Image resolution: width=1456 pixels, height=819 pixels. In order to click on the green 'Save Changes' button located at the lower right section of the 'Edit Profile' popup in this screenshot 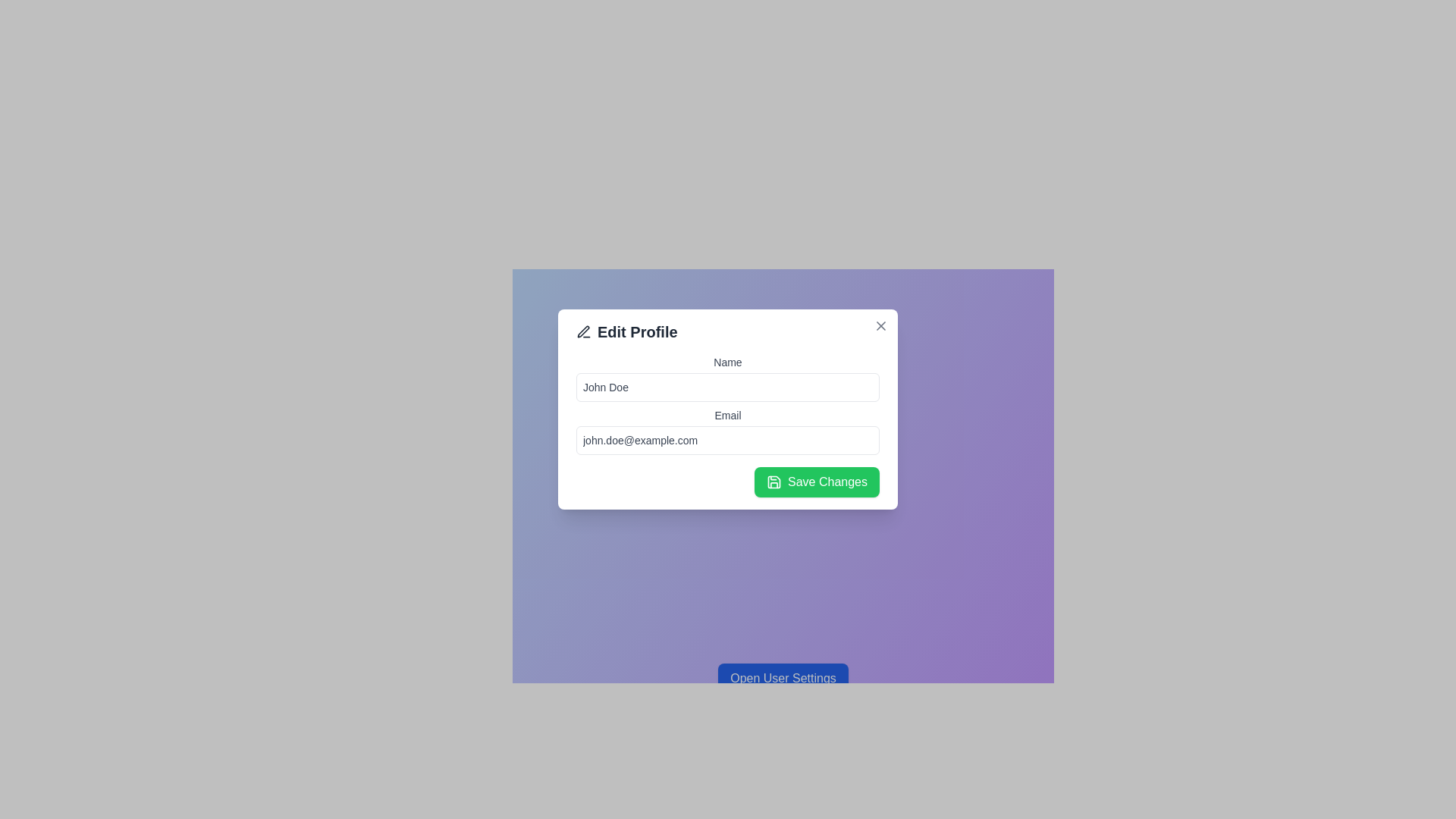, I will do `click(728, 482)`.